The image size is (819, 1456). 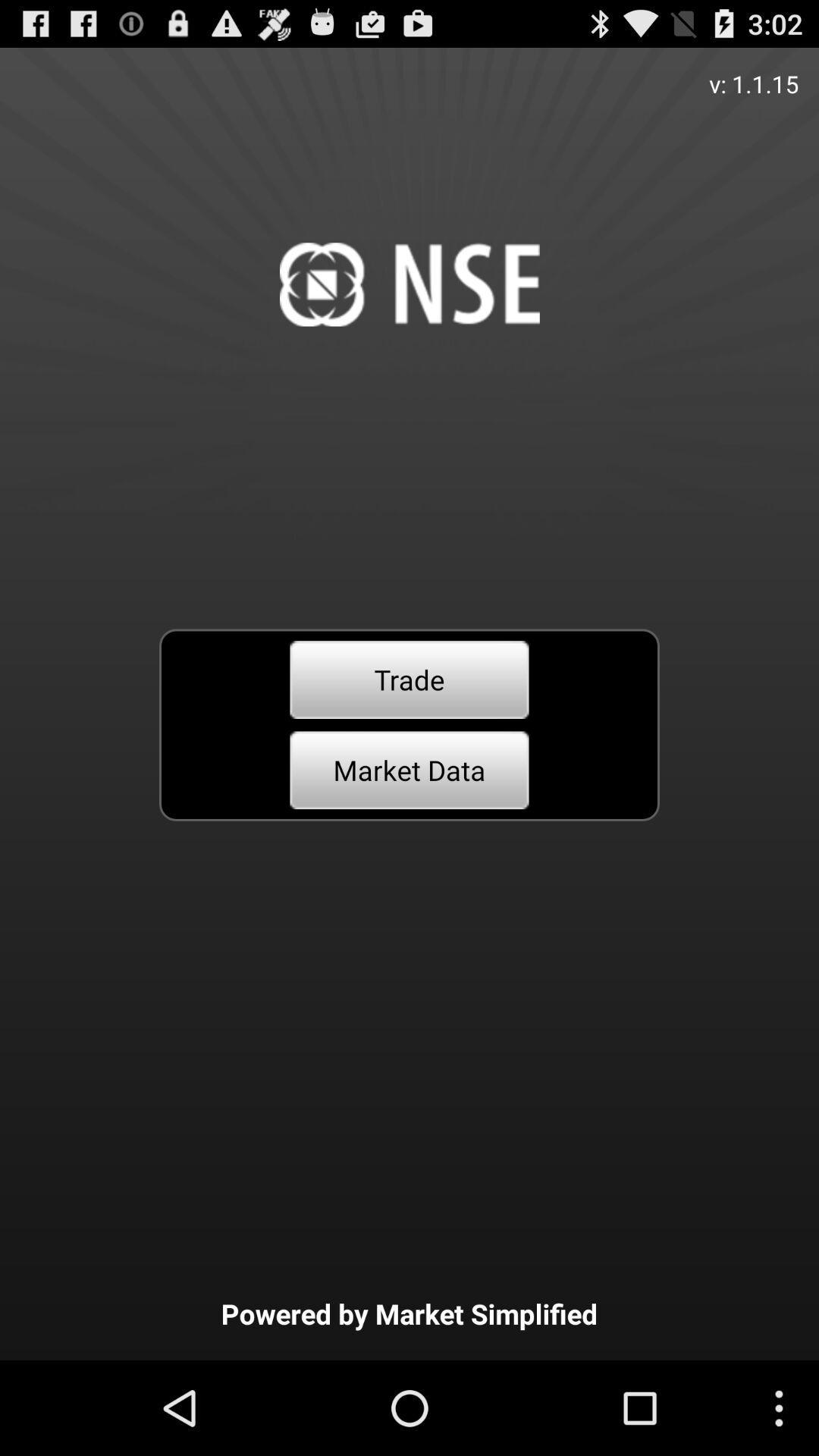 I want to click on the button below trade icon, so click(x=409, y=770).